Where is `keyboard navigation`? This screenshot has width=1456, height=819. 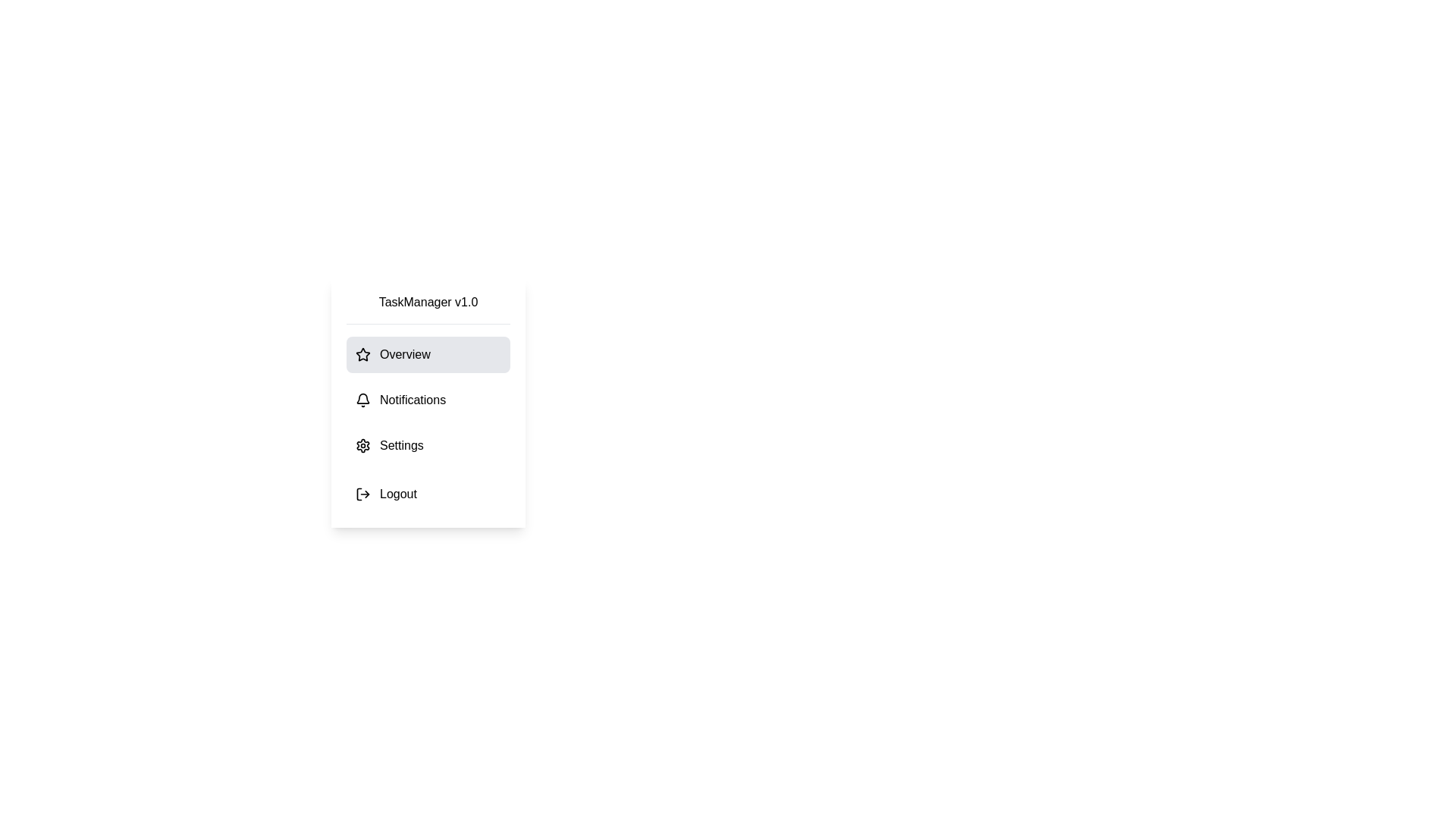
keyboard navigation is located at coordinates (428, 400).